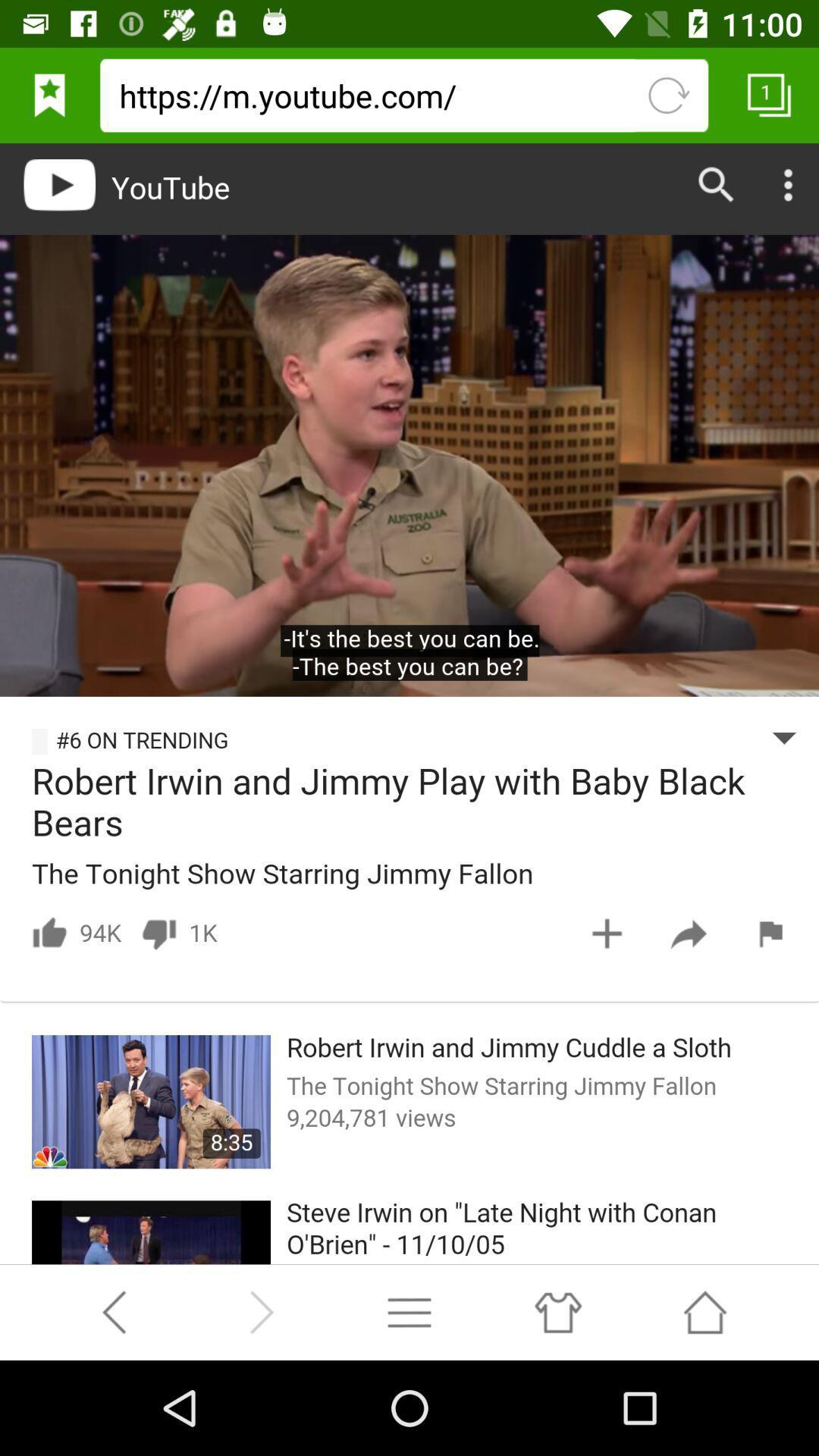 The height and width of the screenshot is (1456, 819). What do you see at coordinates (49, 101) in the screenshot?
I see `the bookmark icon` at bounding box center [49, 101].